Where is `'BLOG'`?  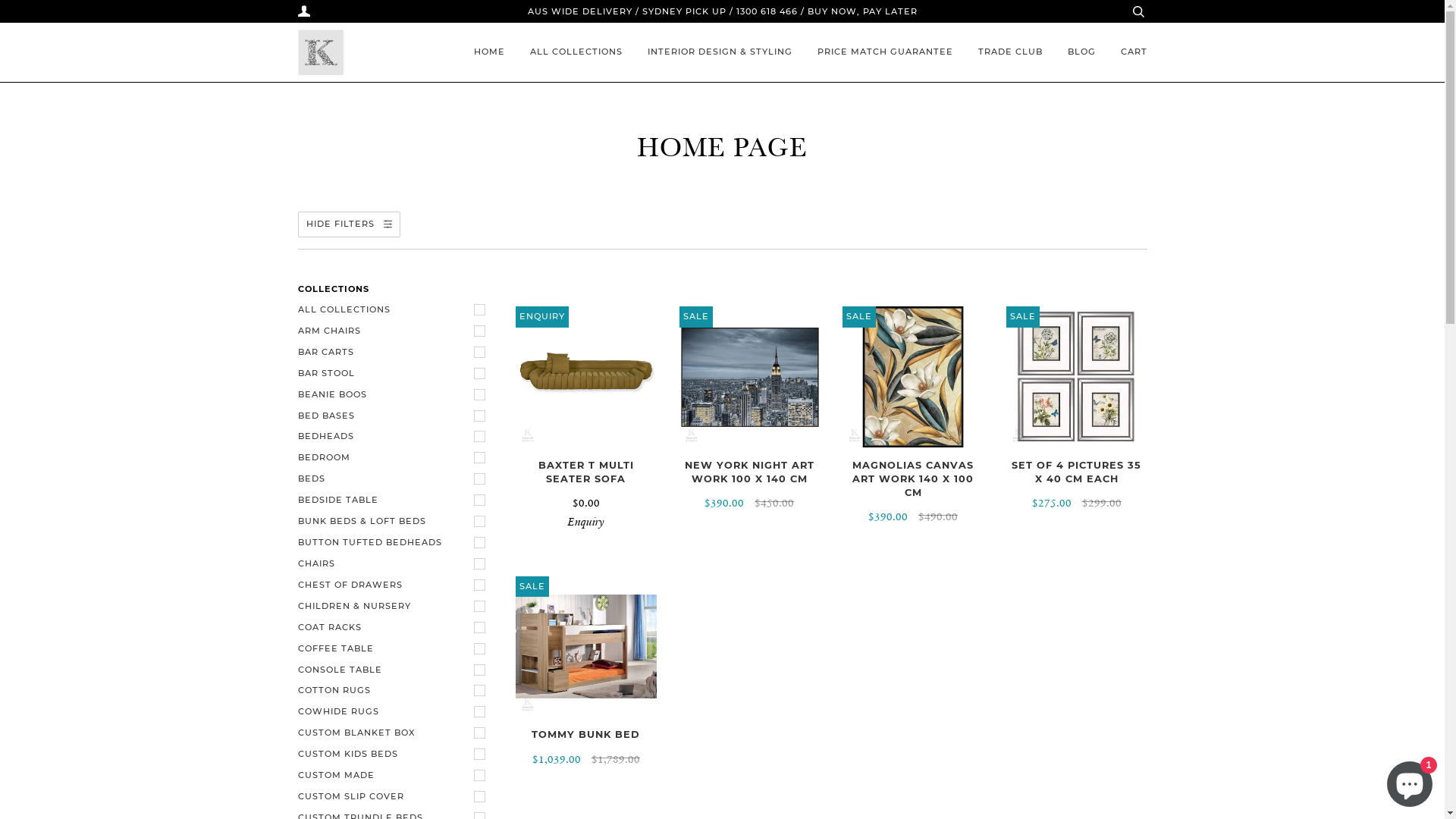
'BLOG' is located at coordinates (1081, 52).